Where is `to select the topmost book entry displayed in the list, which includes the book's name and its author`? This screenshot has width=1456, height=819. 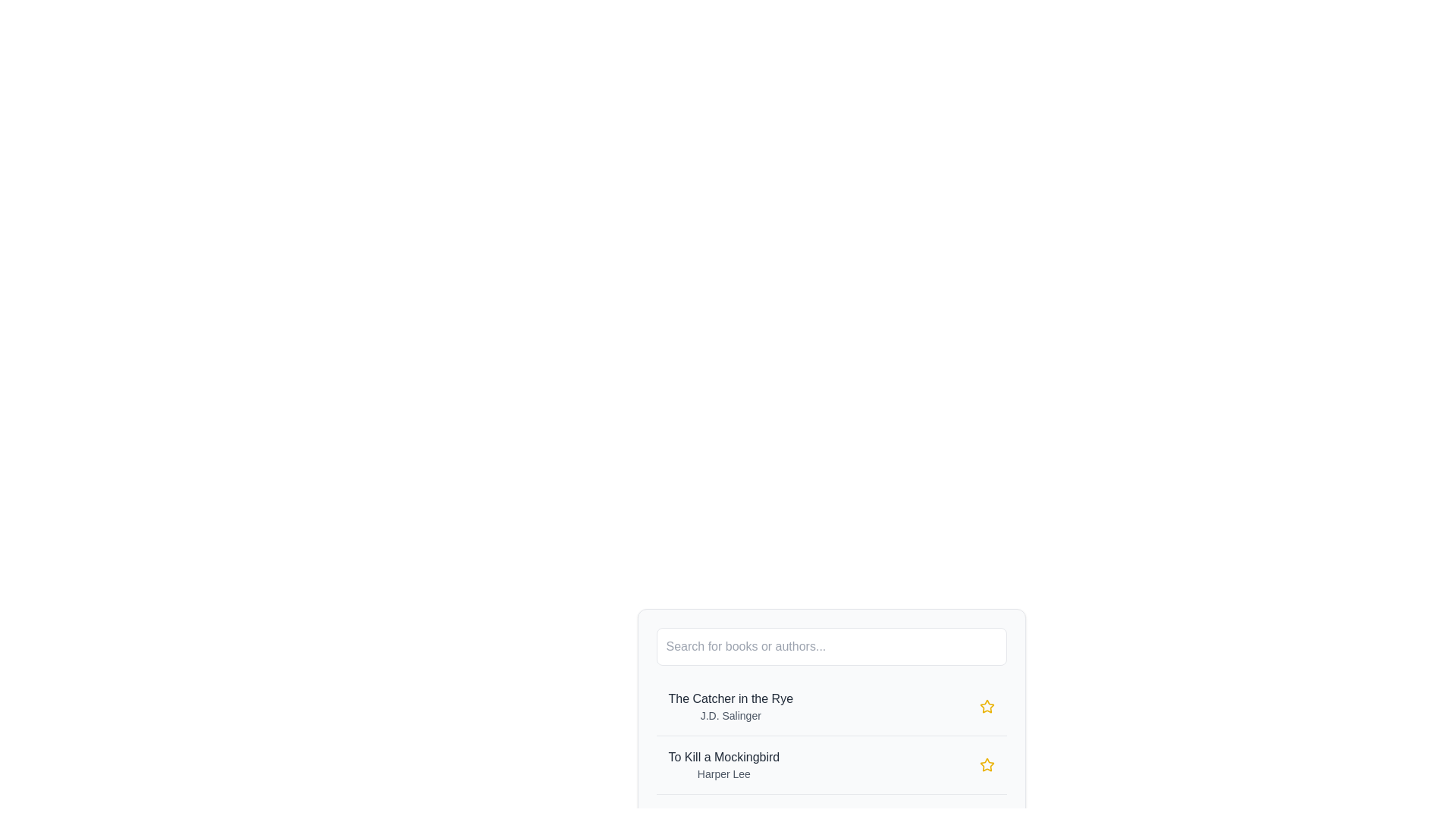 to select the topmost book entry displayed in the list, which includes the book's name and its author is located at coordinates (730, 707).